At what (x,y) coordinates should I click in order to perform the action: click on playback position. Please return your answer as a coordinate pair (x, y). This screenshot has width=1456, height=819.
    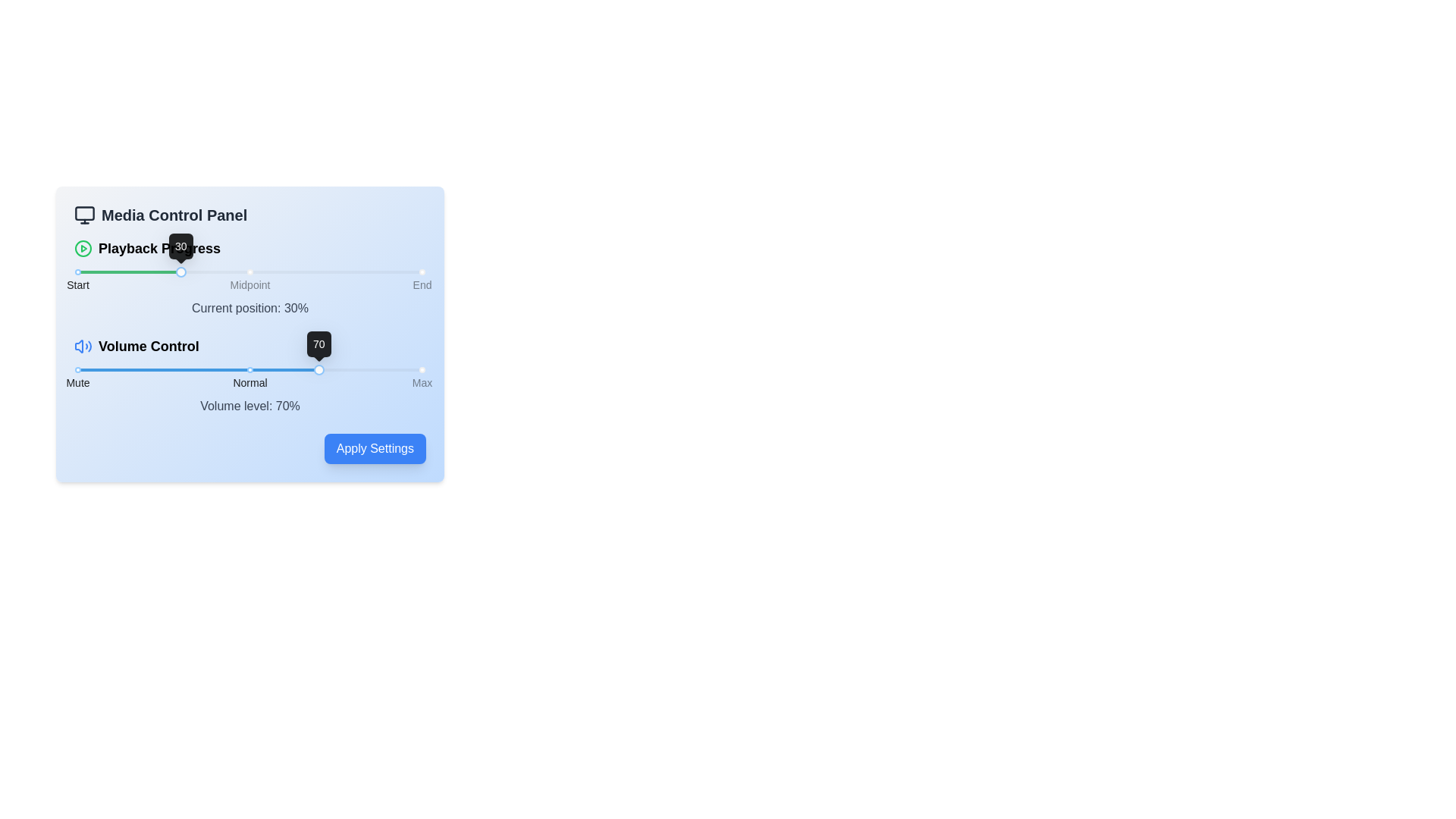
    Looking at the image, I should click on (398, 271).